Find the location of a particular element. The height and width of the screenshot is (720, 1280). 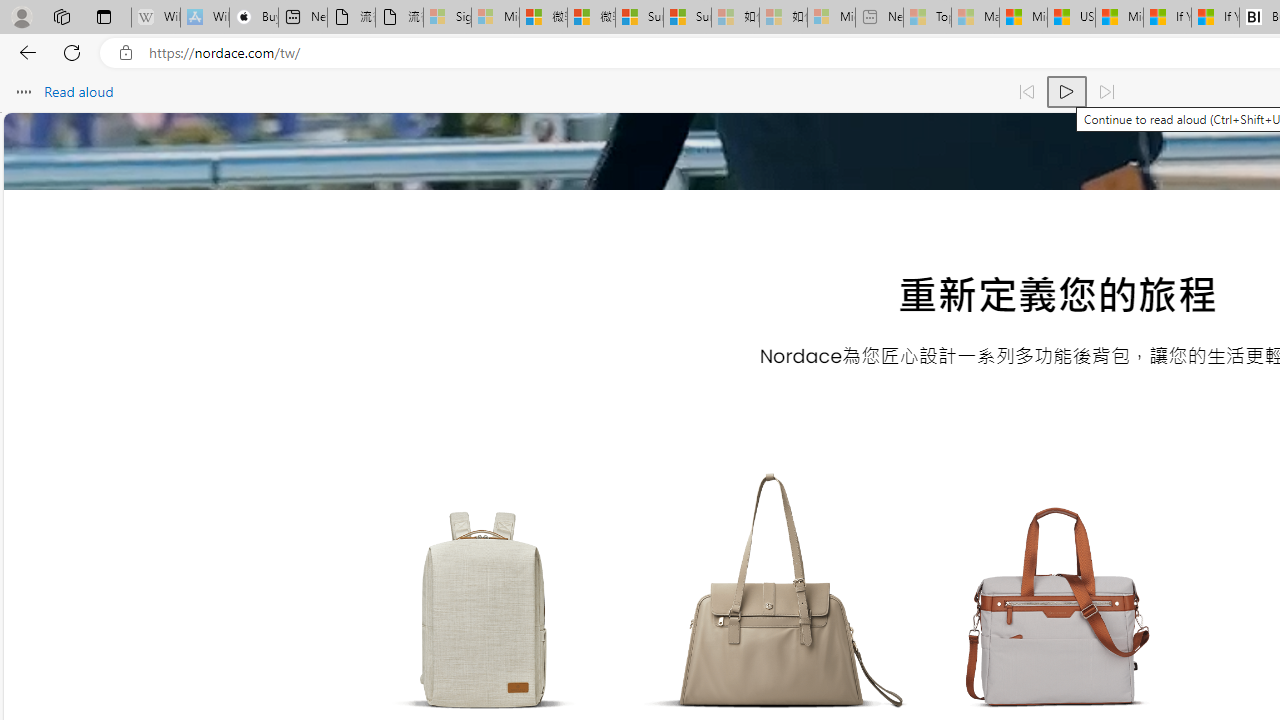

'Continue to read aloud (Ctrl+Shift+U)' is located at coordinates (1065, 92).